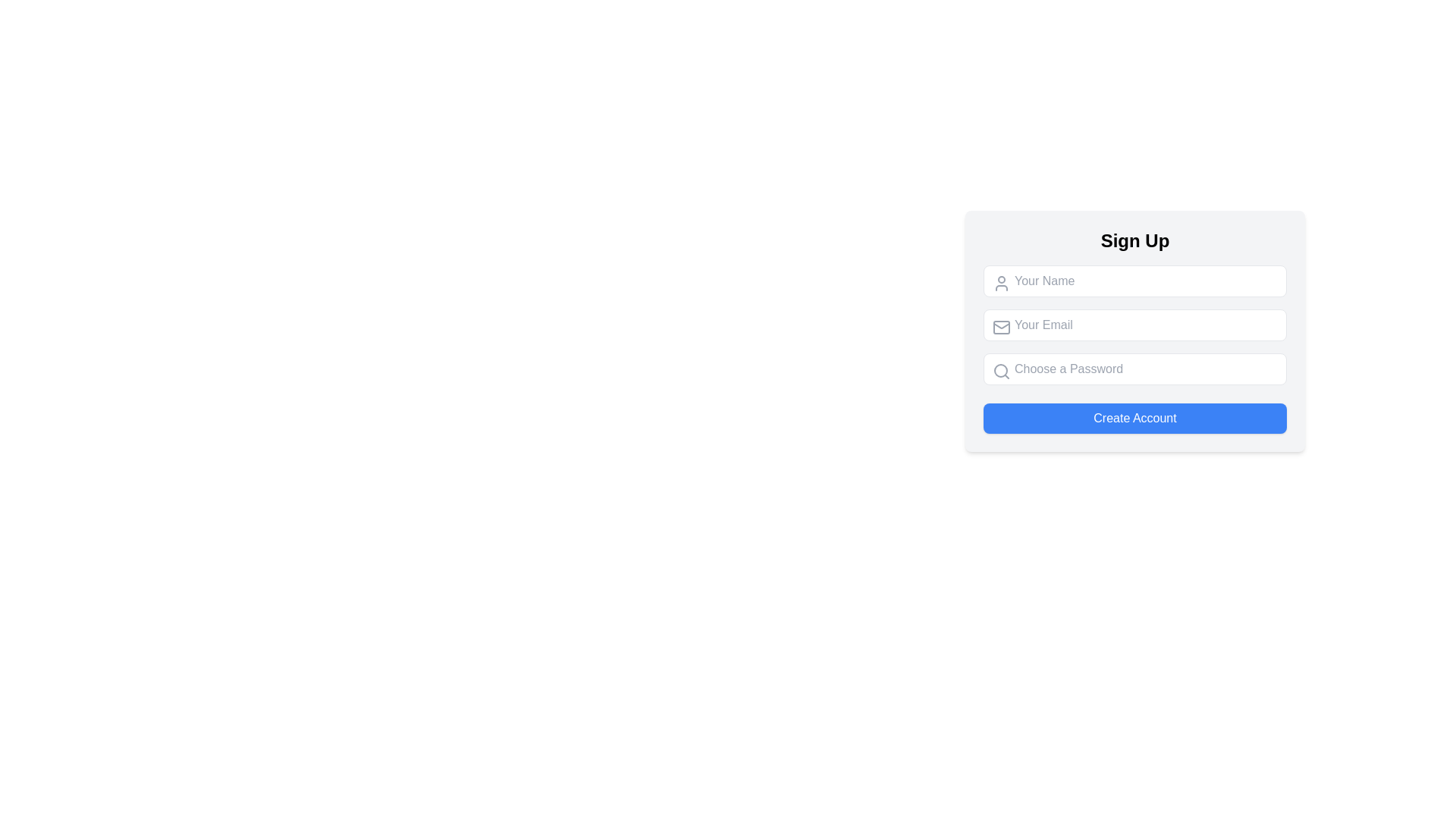 This screenshot has width=1456, height=819. Describe the element at coordinates (1001, 284) in the screenshot. I see `the icon that visually indicates the purpose of the 'Your Name' input field in the sign-up form` at that location.